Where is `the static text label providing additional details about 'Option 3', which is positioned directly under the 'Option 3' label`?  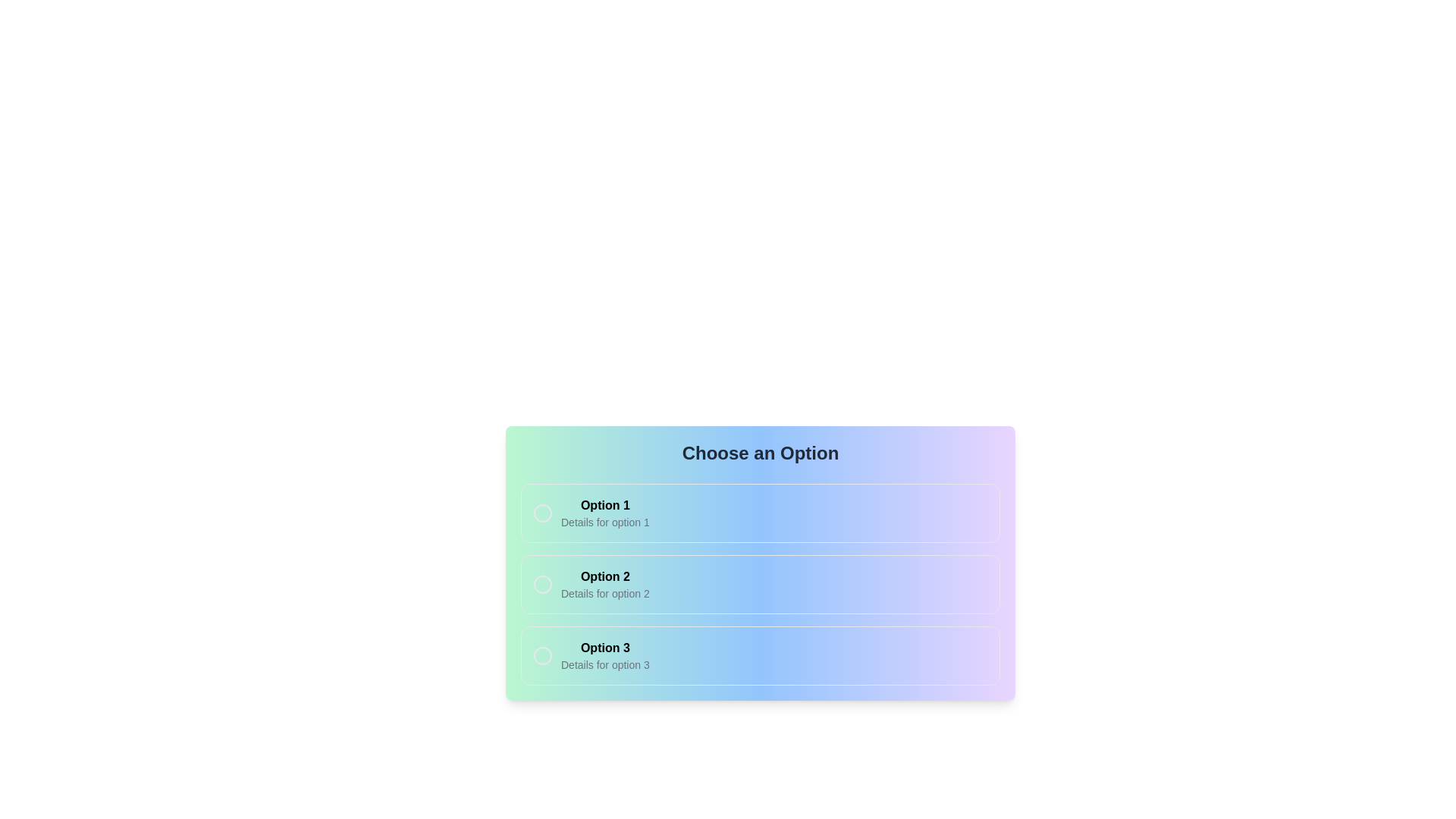
the static text label providing additional details about 'Option 3', which is positioned directly under the 'Option 3' label is located at coordinates (604, 664).